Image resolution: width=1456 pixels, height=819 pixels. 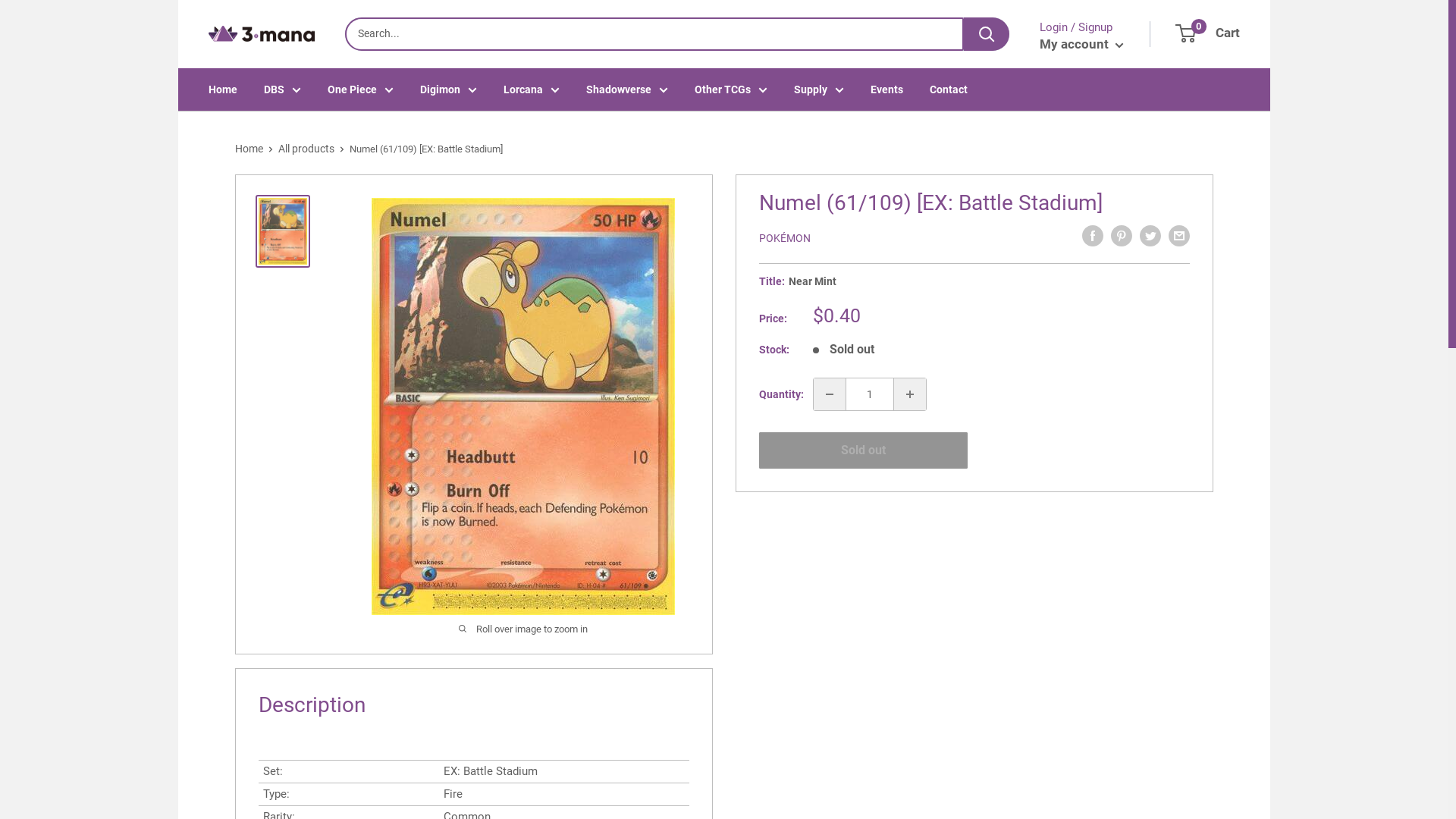 What do you see at coordinates (1081, 42) in the screenshot?
I see `'My account'` at bounding box center [1081, 42].